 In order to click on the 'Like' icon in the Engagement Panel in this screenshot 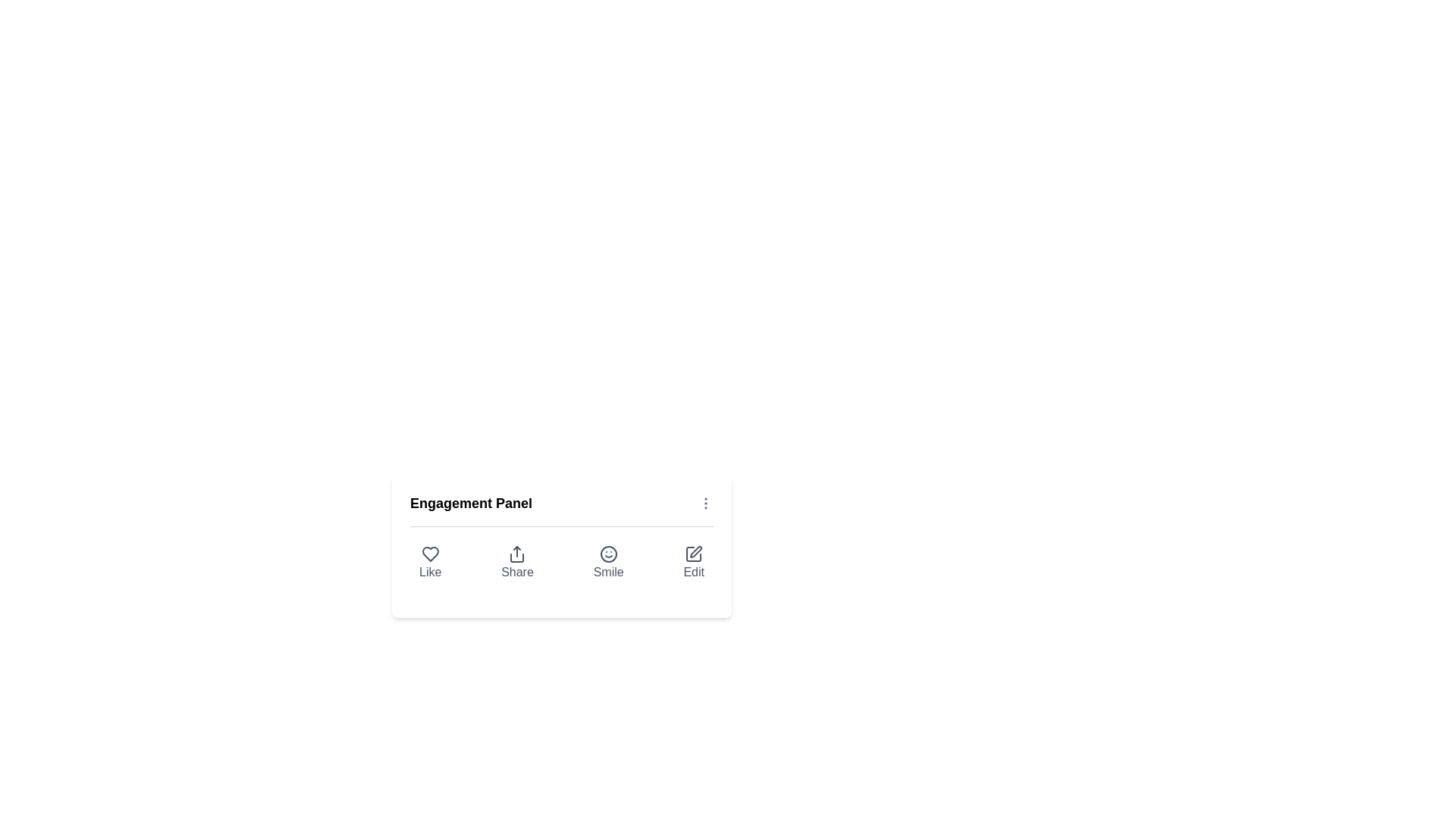, I will do `click(429, 554)`.